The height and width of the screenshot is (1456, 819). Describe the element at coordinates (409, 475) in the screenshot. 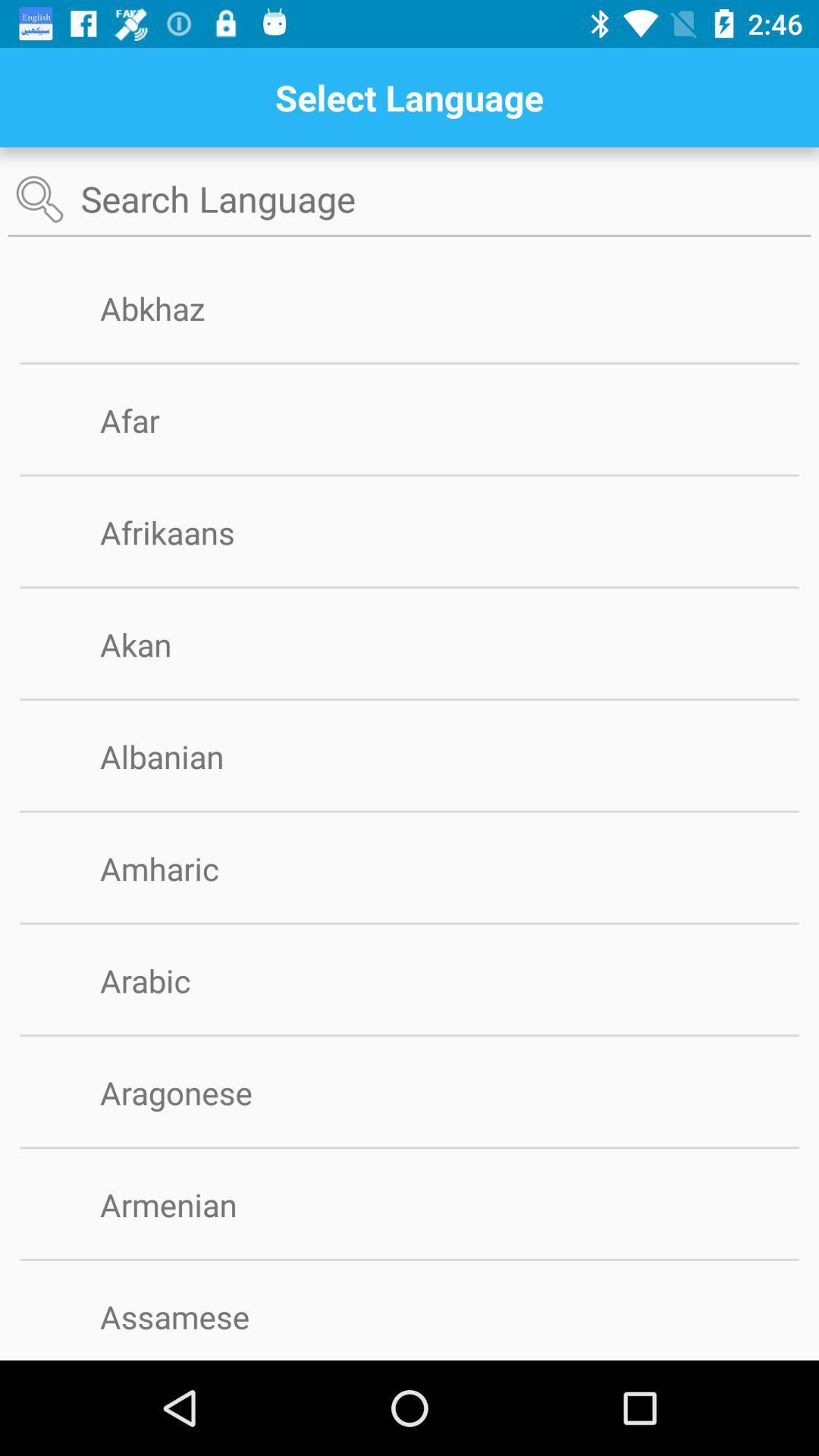

I see `app above afrikaans app` at that location.